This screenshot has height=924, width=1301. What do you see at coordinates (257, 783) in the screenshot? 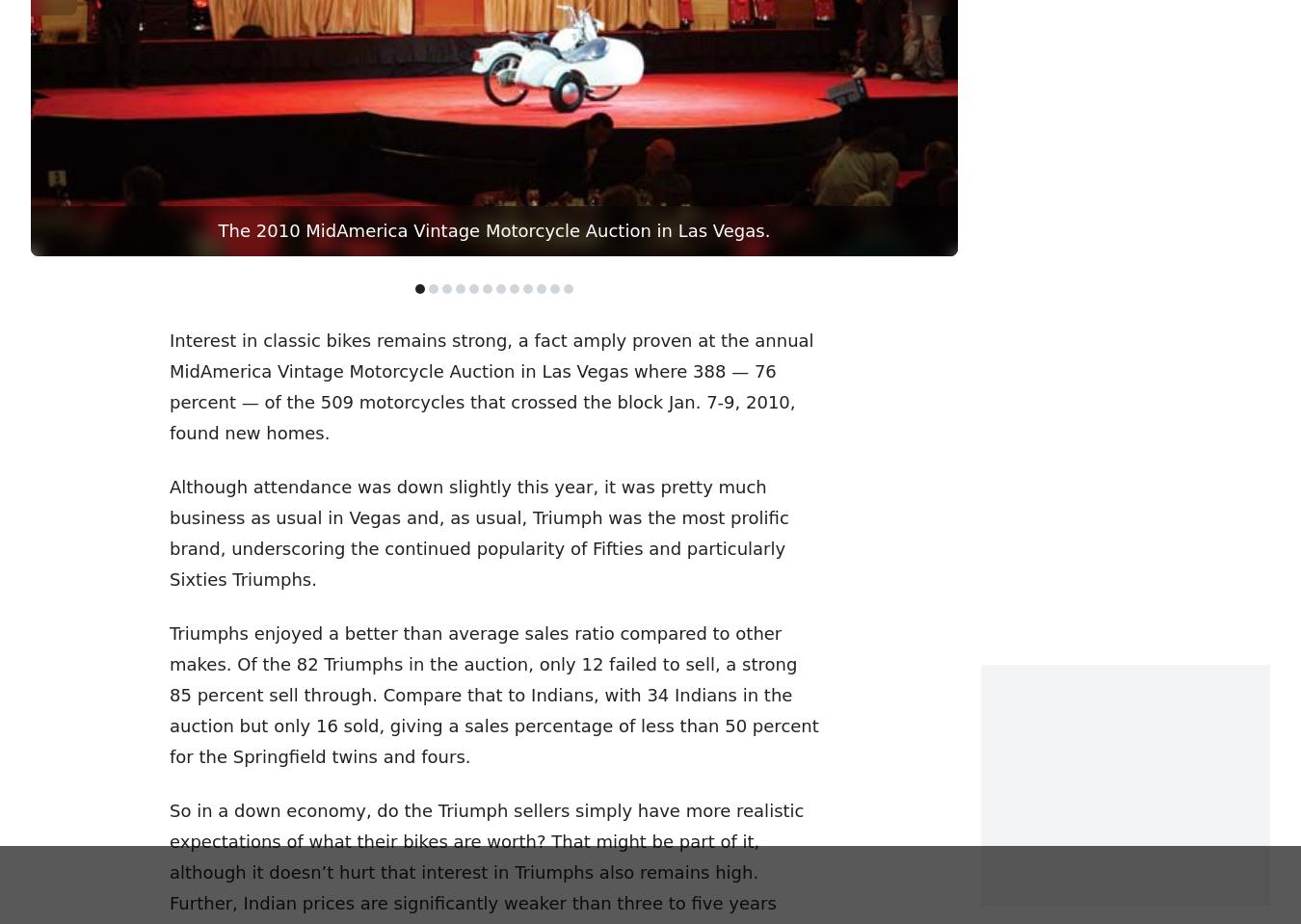
I see `'Access to videos covering ride reviews, project bikes, event coverage & museum tours'` at bounding box center [257, 783].